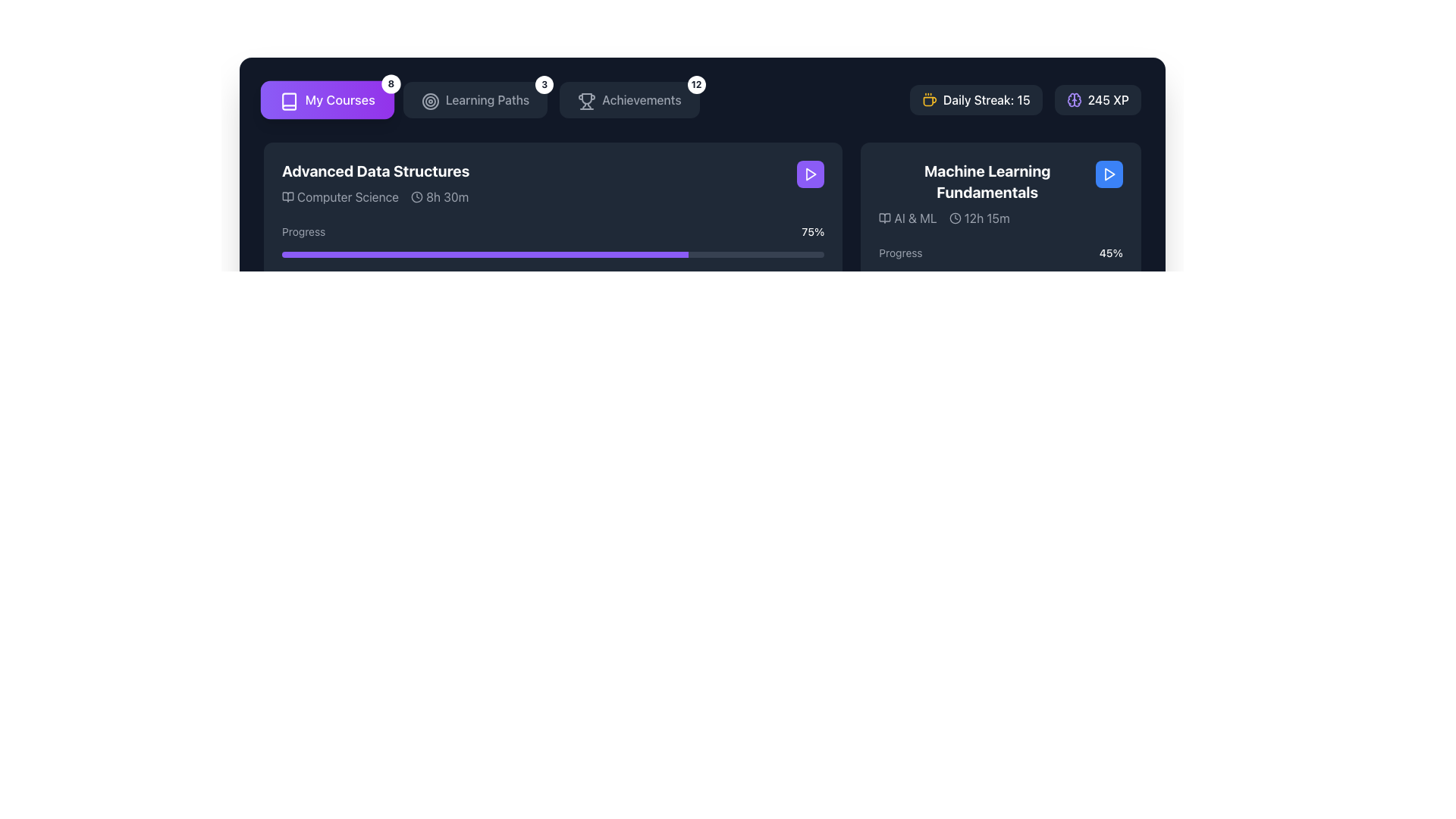  Describe the element at coordinates (287, 99) in the screenshot. I see `the 'My Courses' icon located to the left of the 'My Courses' text in the navigation bar` at that location.